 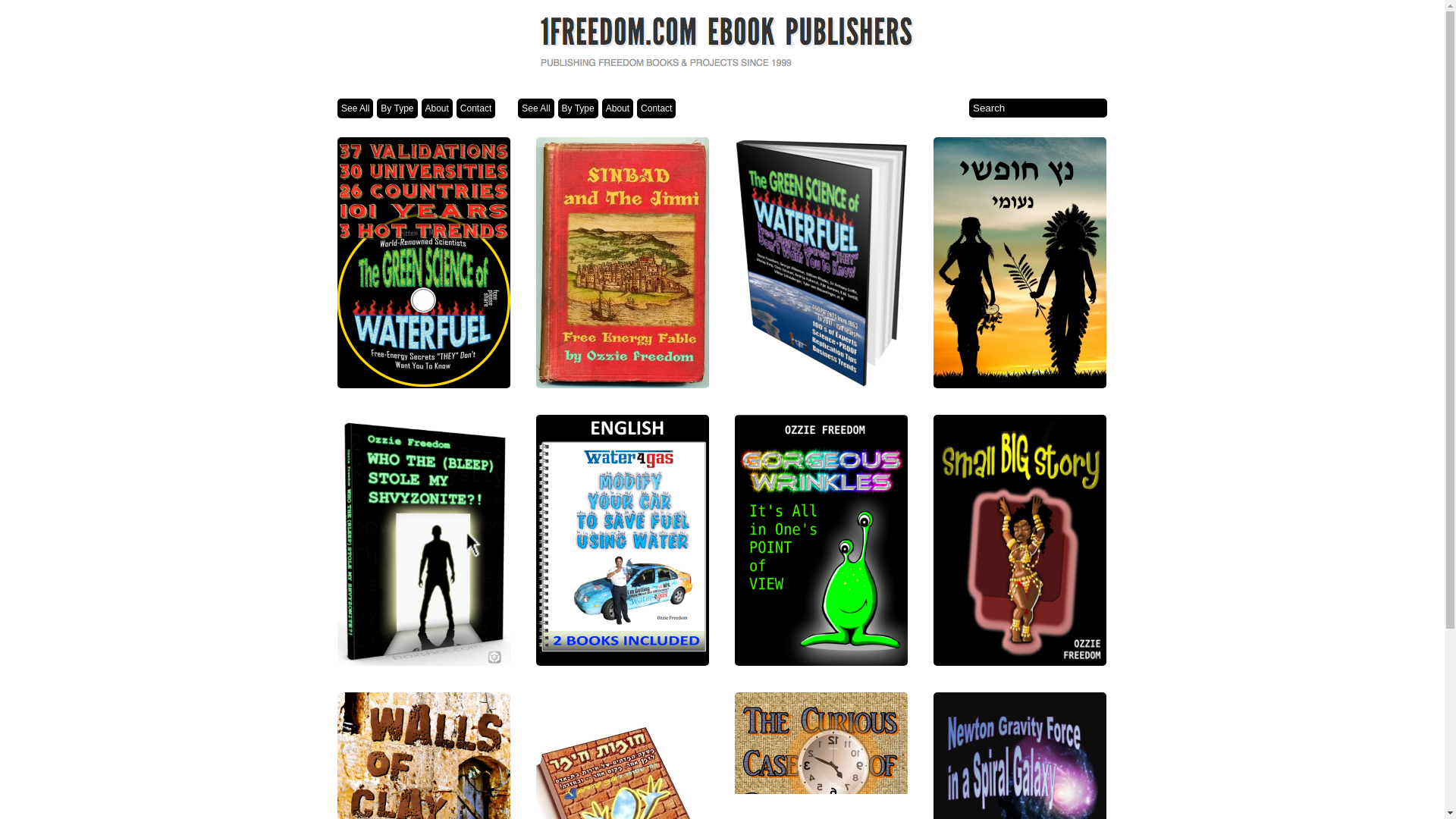 I want to click on 'By Type', so click(x=557, y=107).